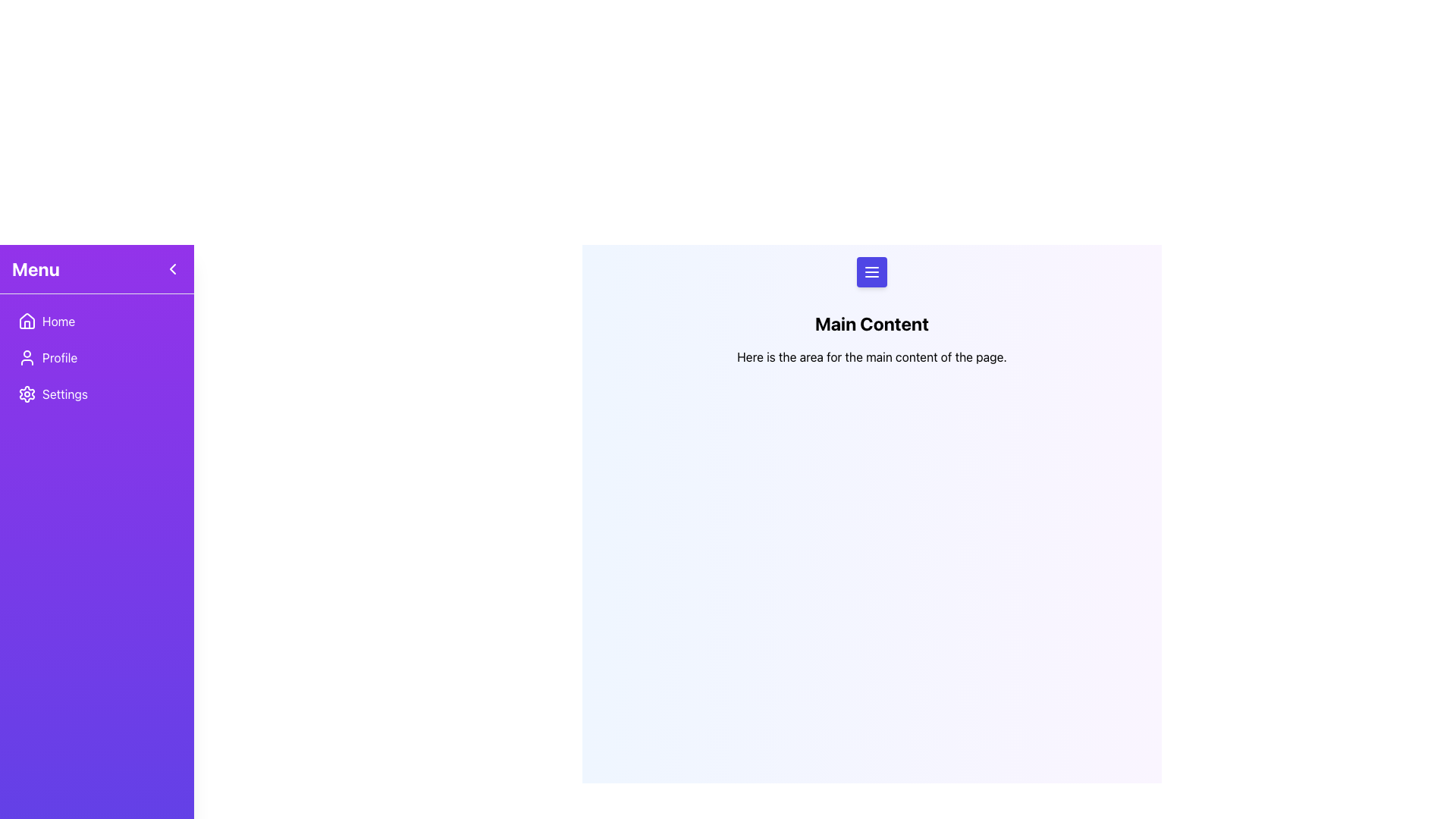  Describe the element at coordinates (58, 321) in the screenshot. I see `the 'Home' text label in the vertical side menu panel, which indicates the purpose of the associated menu item` at that location.